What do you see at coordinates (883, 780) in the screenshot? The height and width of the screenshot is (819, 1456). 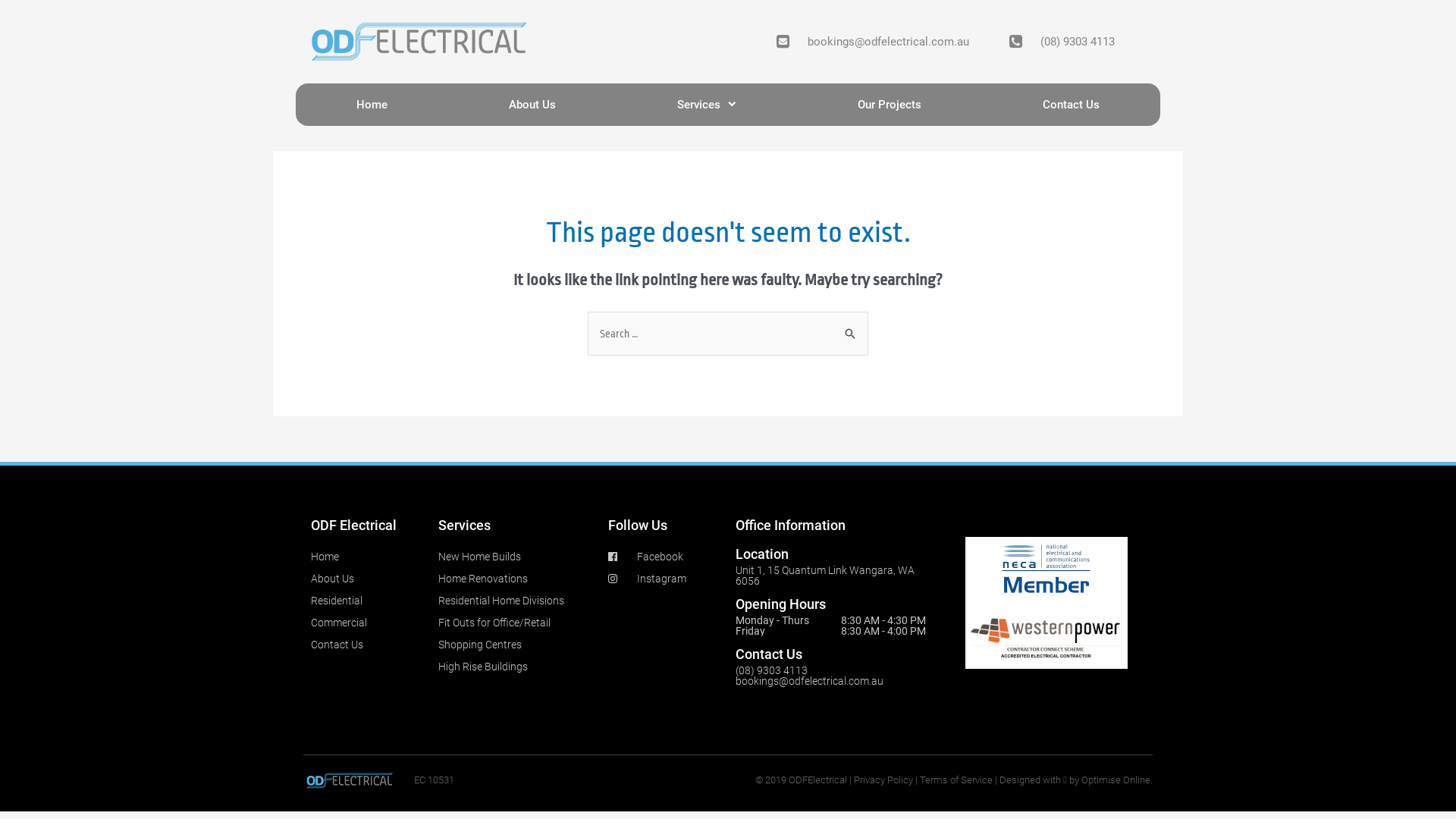 I see `'Privacy Policy'` at bounding box center [883, 780].